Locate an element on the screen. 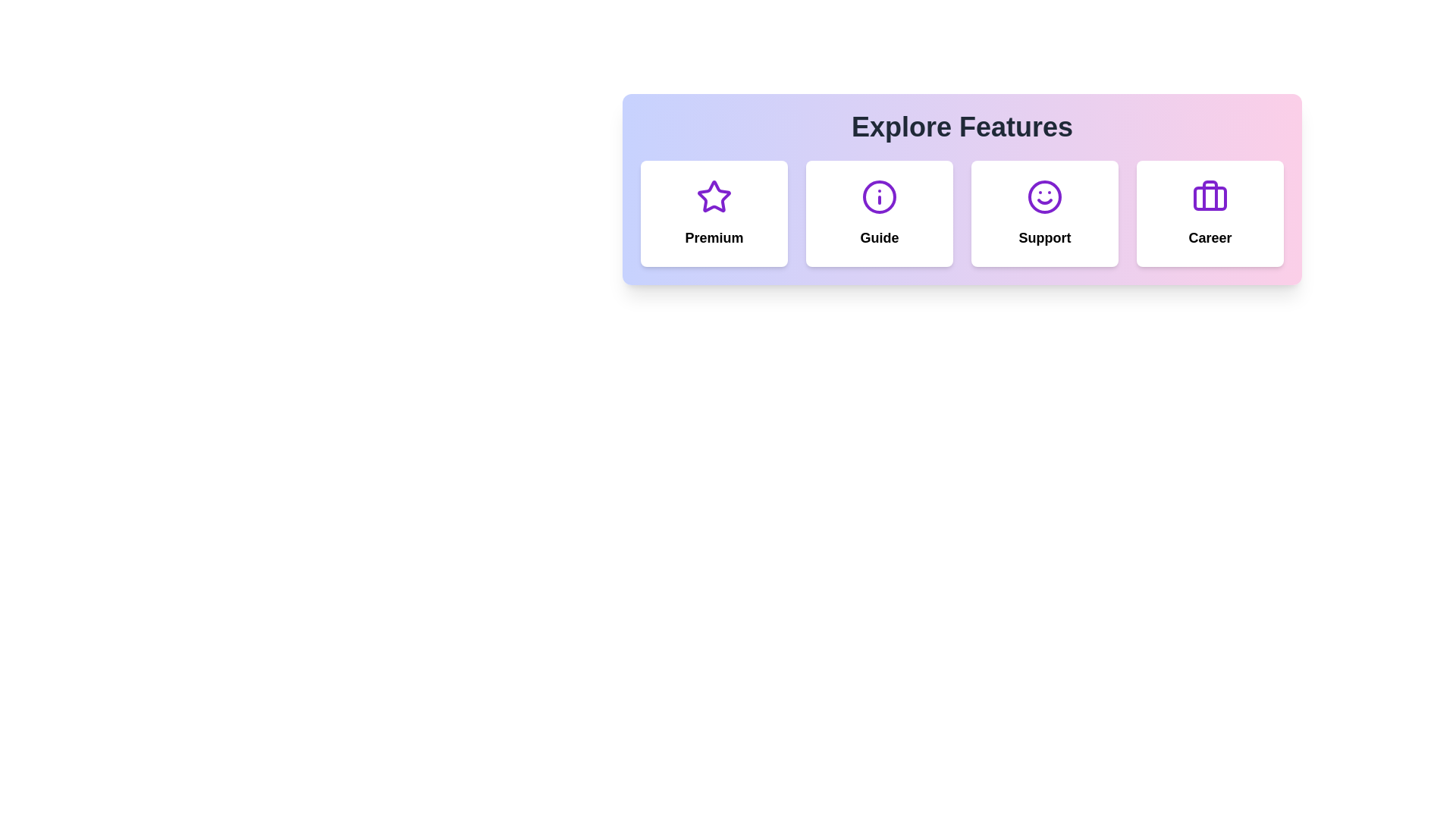 This screenshot has height=819, width=1456. the containing card of the briefcase icon within the fourth card labeled 'Career' under 'Explore Features' is located at coordinates (1210, 198).